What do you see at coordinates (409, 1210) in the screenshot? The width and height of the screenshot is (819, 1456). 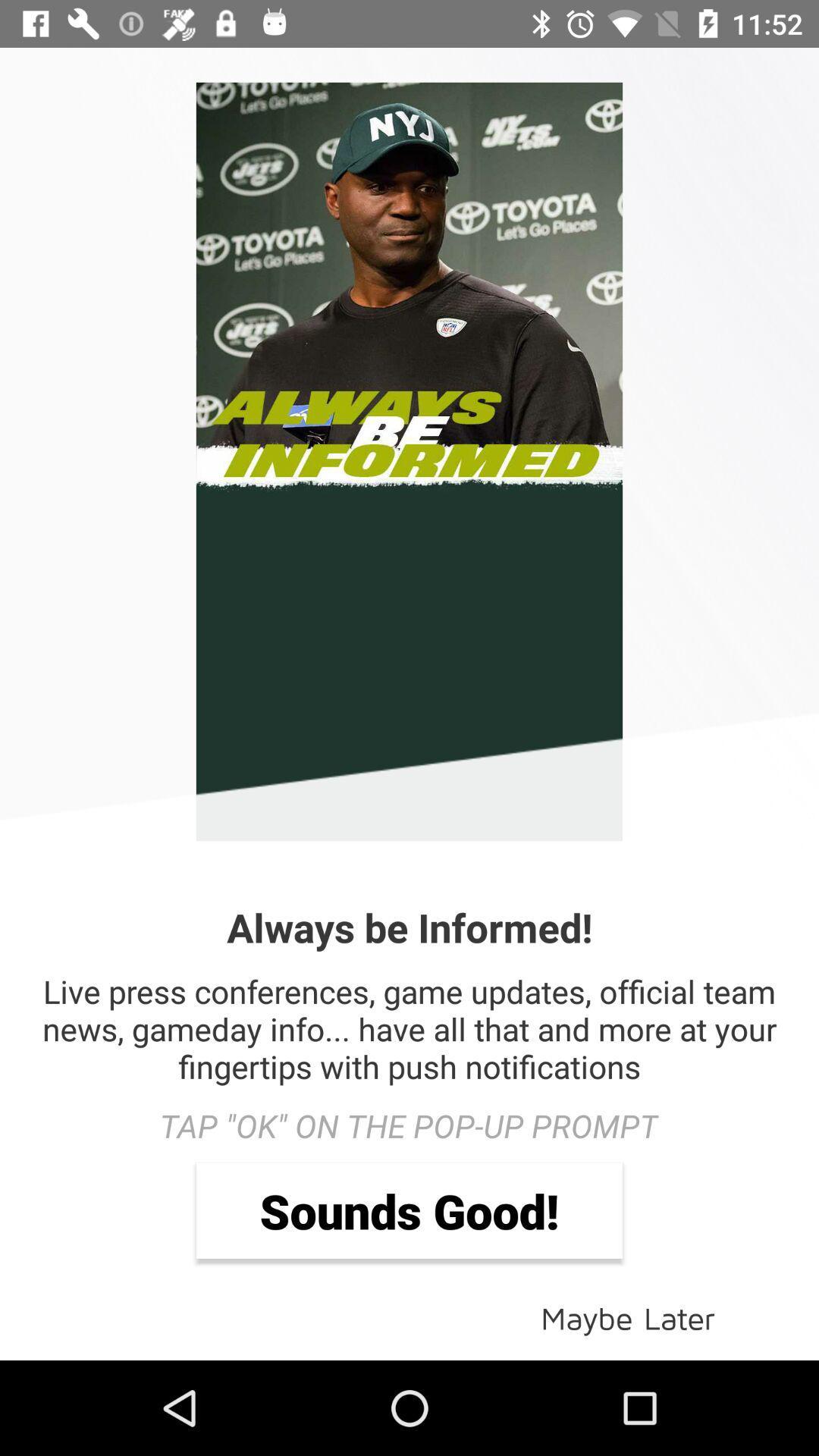 I see `the sounds good! icon` at bounding box center [409, 1210].